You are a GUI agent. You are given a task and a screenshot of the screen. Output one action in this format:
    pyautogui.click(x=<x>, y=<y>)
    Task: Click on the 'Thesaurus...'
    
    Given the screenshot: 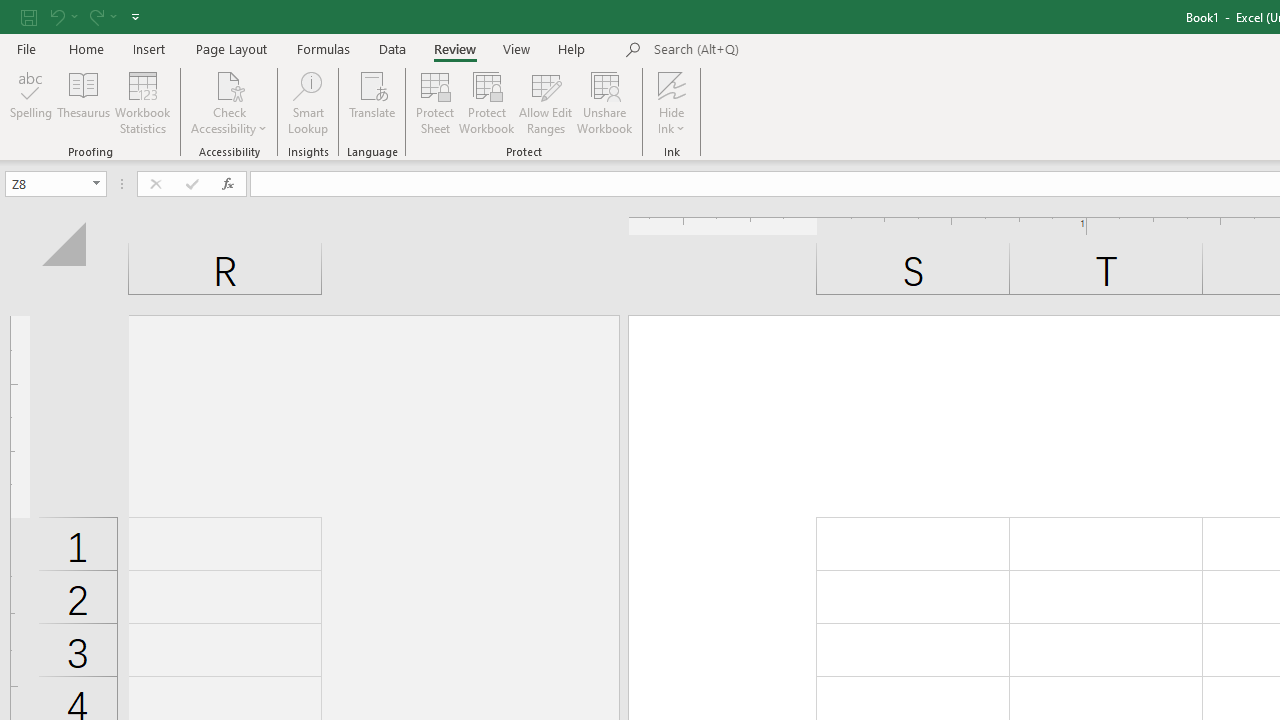 What is the action you would take?
    pyautogui.click(x=82, y=103)
    